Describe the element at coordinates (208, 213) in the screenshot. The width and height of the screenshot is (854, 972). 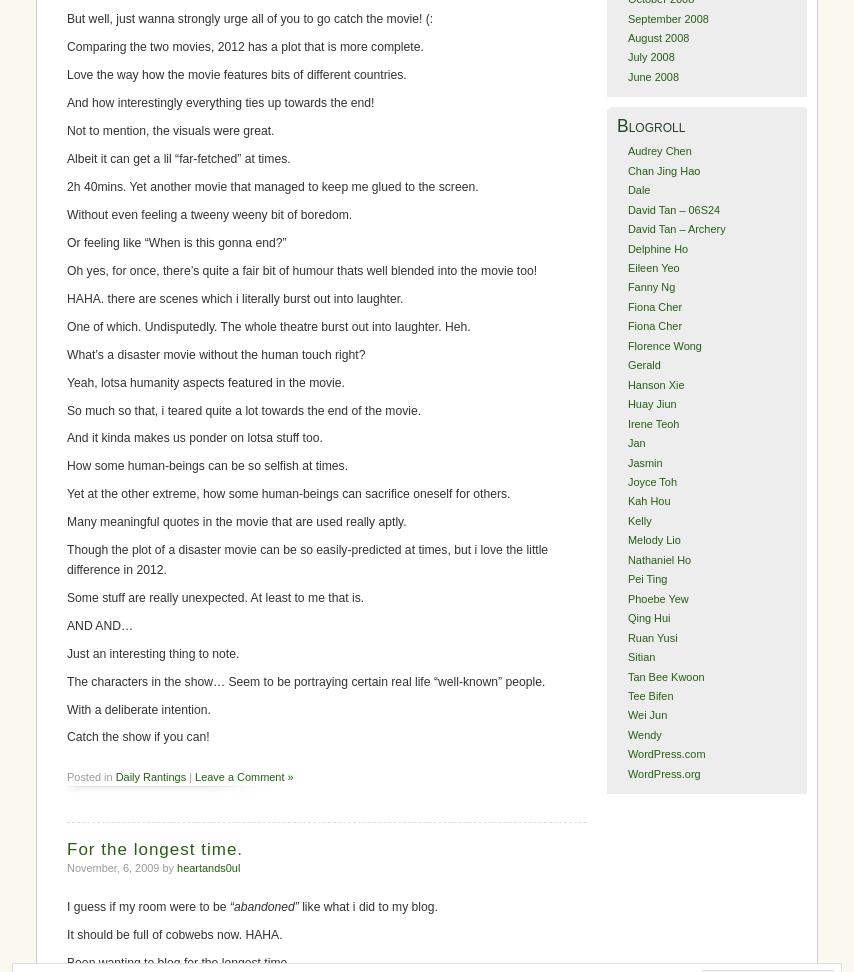
I see `'Without even feeling a tweeny weeny bit of boredom.'` at that location.